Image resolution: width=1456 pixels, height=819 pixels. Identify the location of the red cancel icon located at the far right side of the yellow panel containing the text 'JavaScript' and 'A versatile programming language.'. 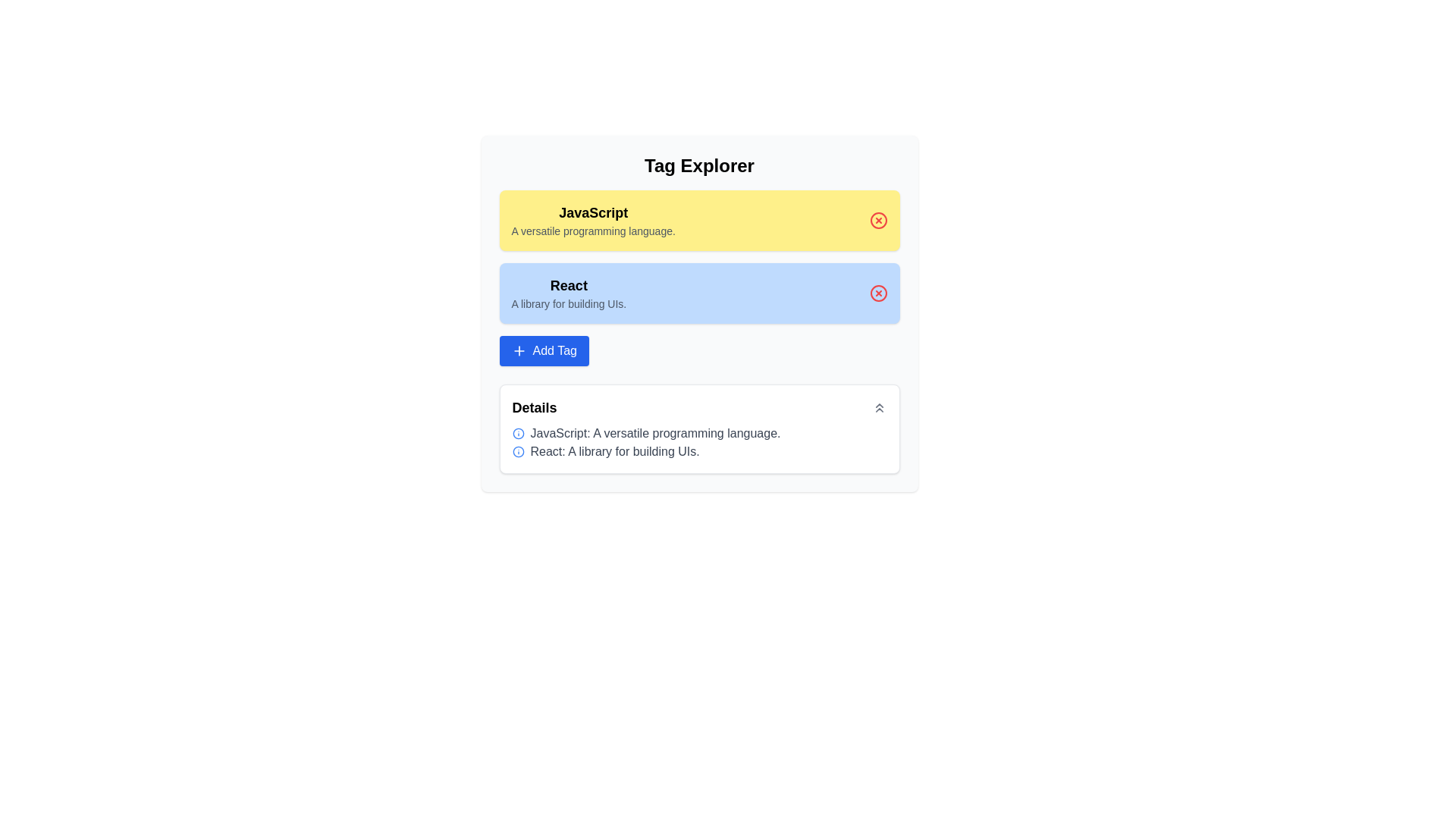
(878, 220).